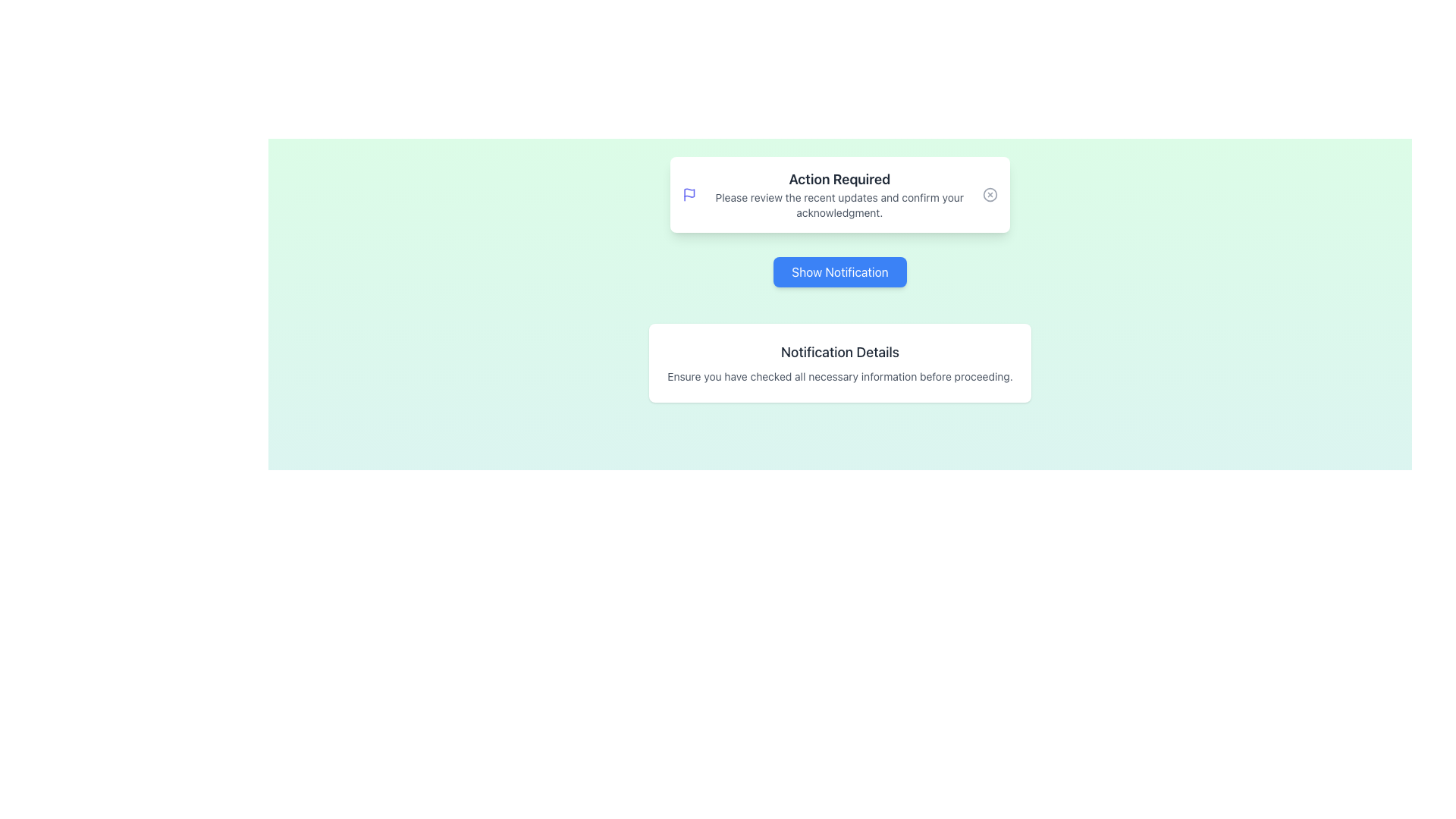 This screenshot has width=1456, height=819. Describe the element at coordinates (839, 353) in the screenshot. I see `text from the 'Notification Details' header, which is a prominent text label located above the 'Ensure you have checked all necessary information before proceeding.' text` at that location.